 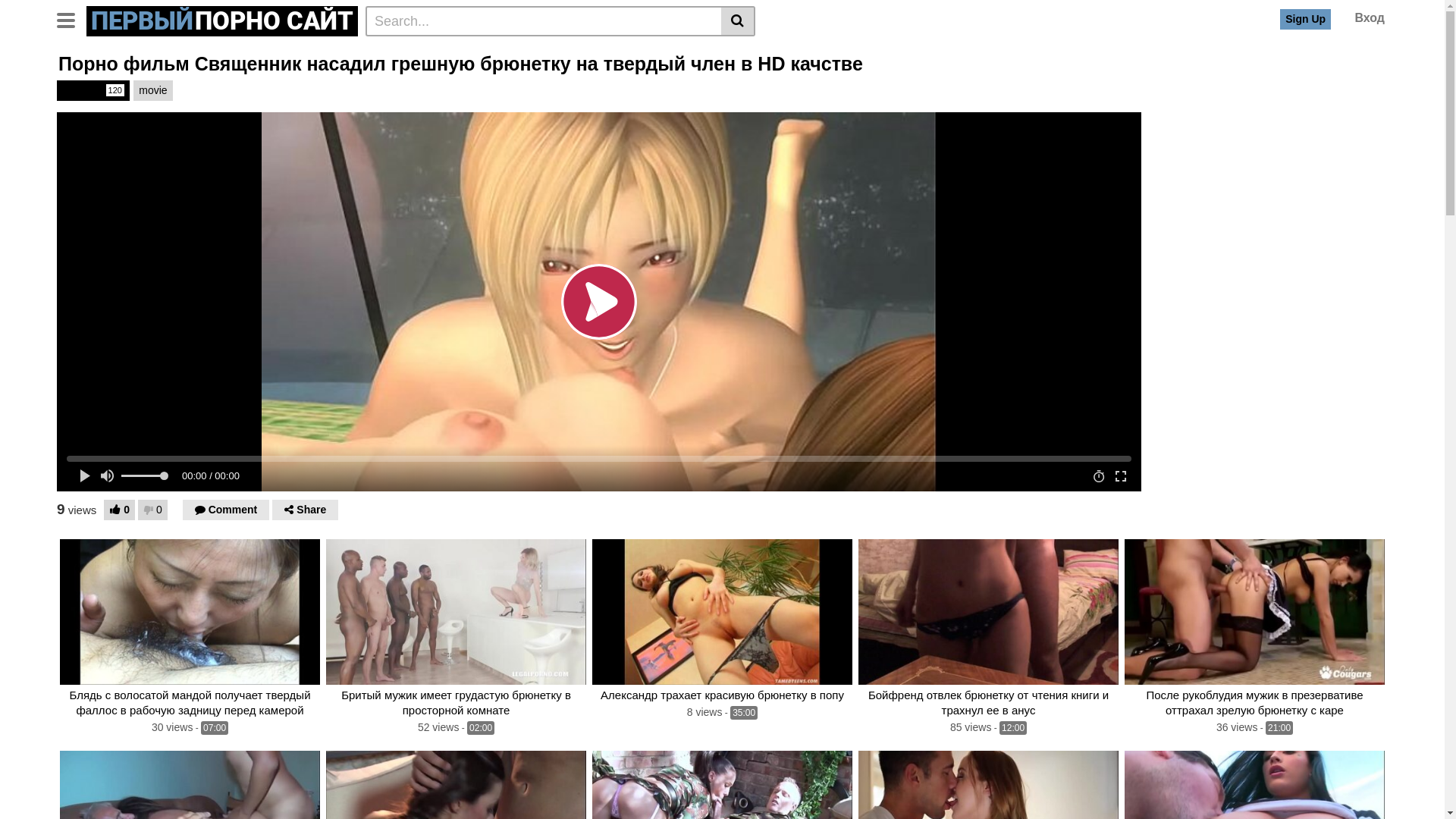 What do you see at coordinates (1304, 19) in the screenshot?
I see `'Sign Up'` at bounding box center [1304, 19].